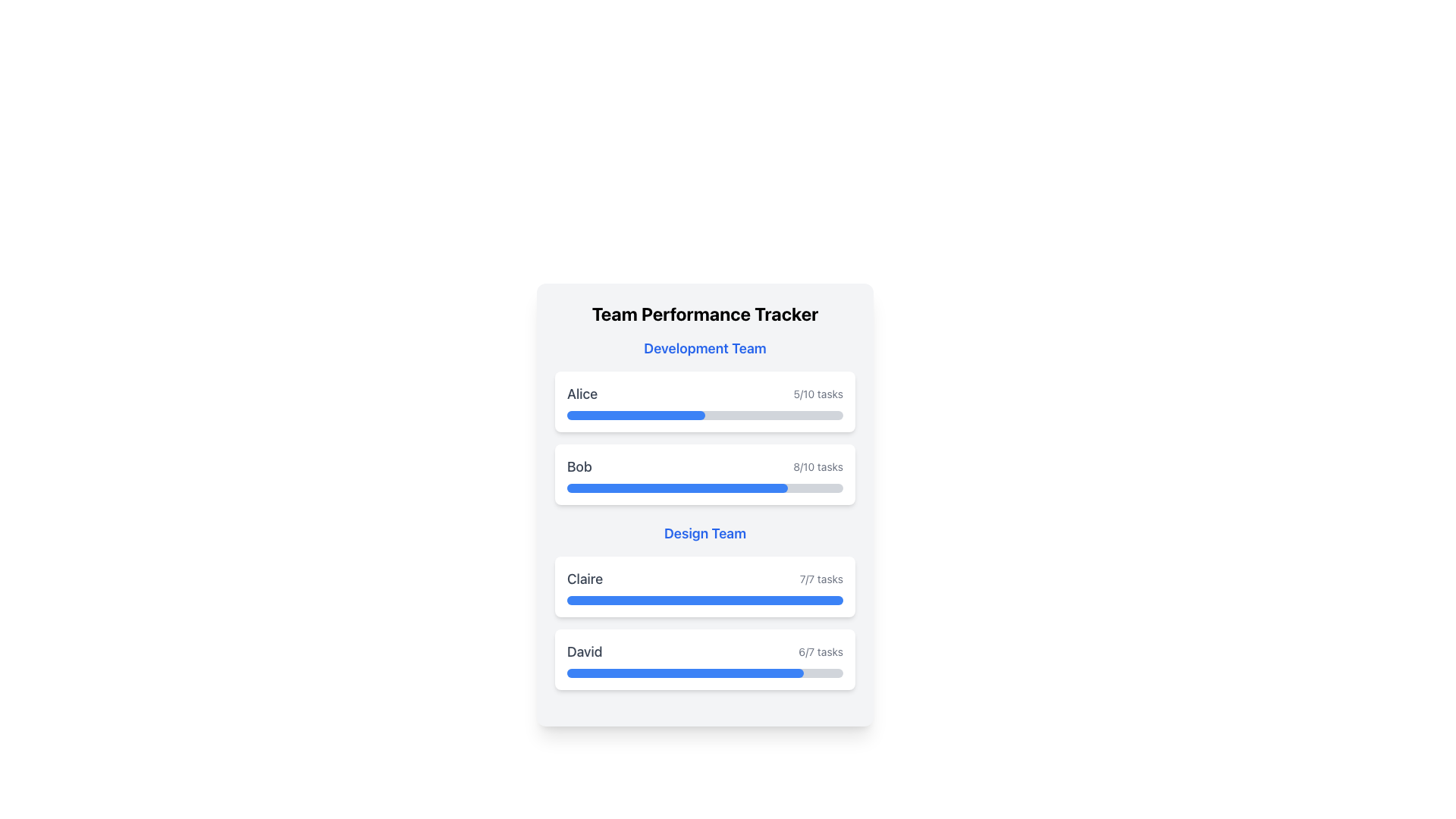 The image size is (1456, 819). Describe the element at coordinates (704, 623) in the screenshot. I see `the Text and progress visualization component for the 'Design Team', which displays task completion progress for Claire and David` at that location.